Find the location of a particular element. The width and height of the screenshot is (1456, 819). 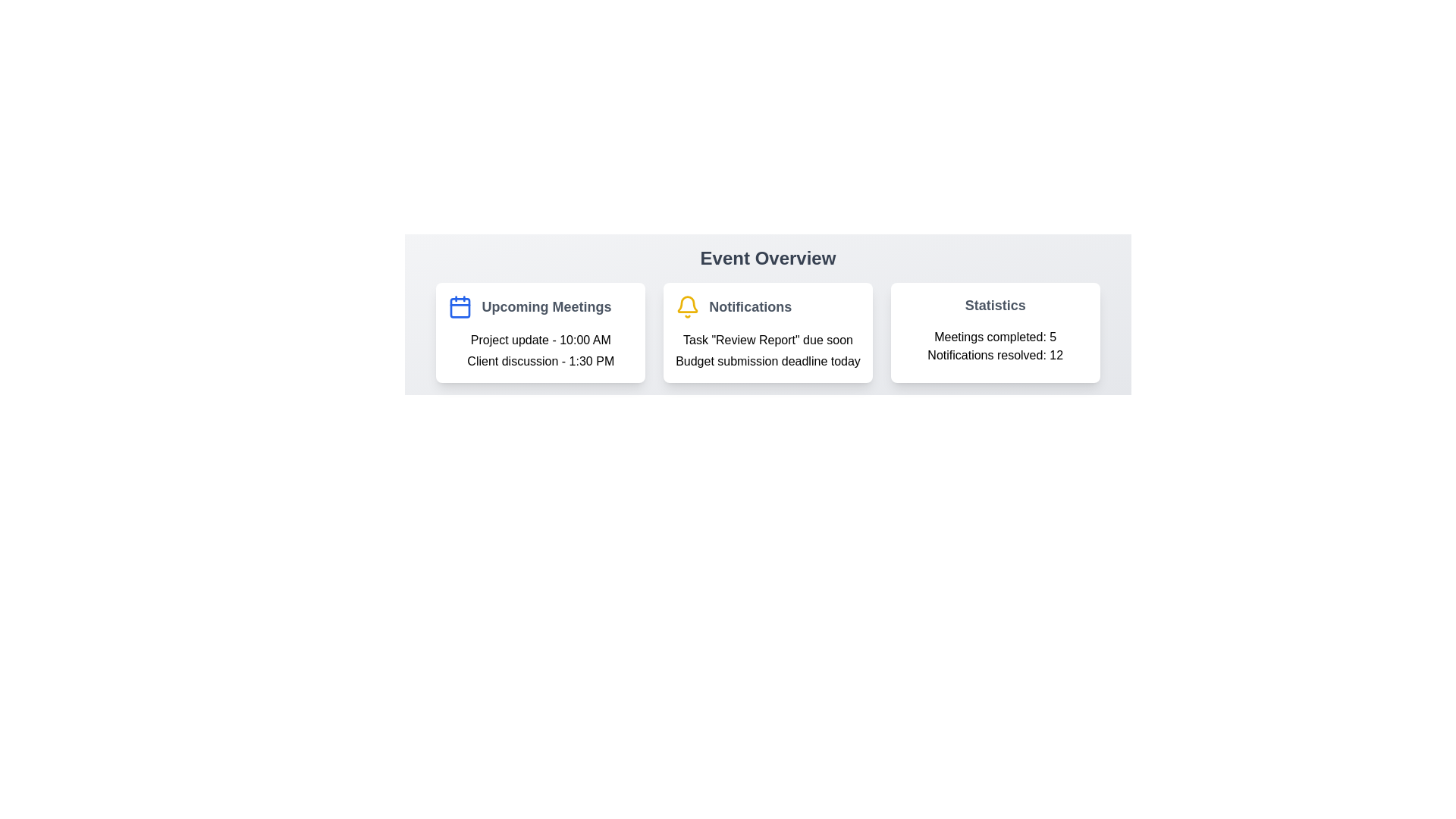

the notification displaying 'Task "Review Report" due soon' located in the Notifications section is located at coordinates (767, 339).